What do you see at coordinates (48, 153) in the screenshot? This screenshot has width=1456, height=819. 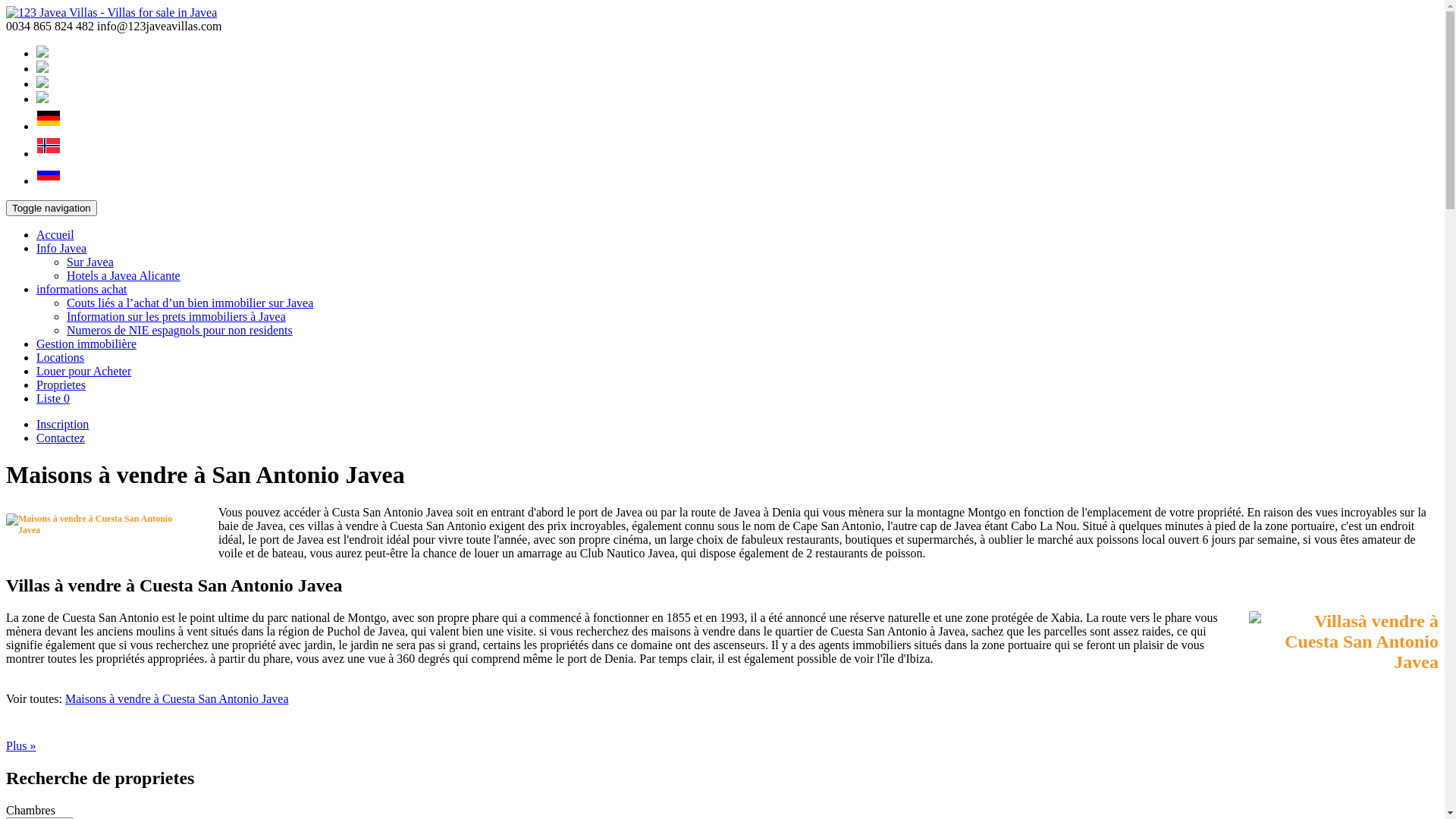 I see `'Norwegian'` at bounding box center [48, 153].